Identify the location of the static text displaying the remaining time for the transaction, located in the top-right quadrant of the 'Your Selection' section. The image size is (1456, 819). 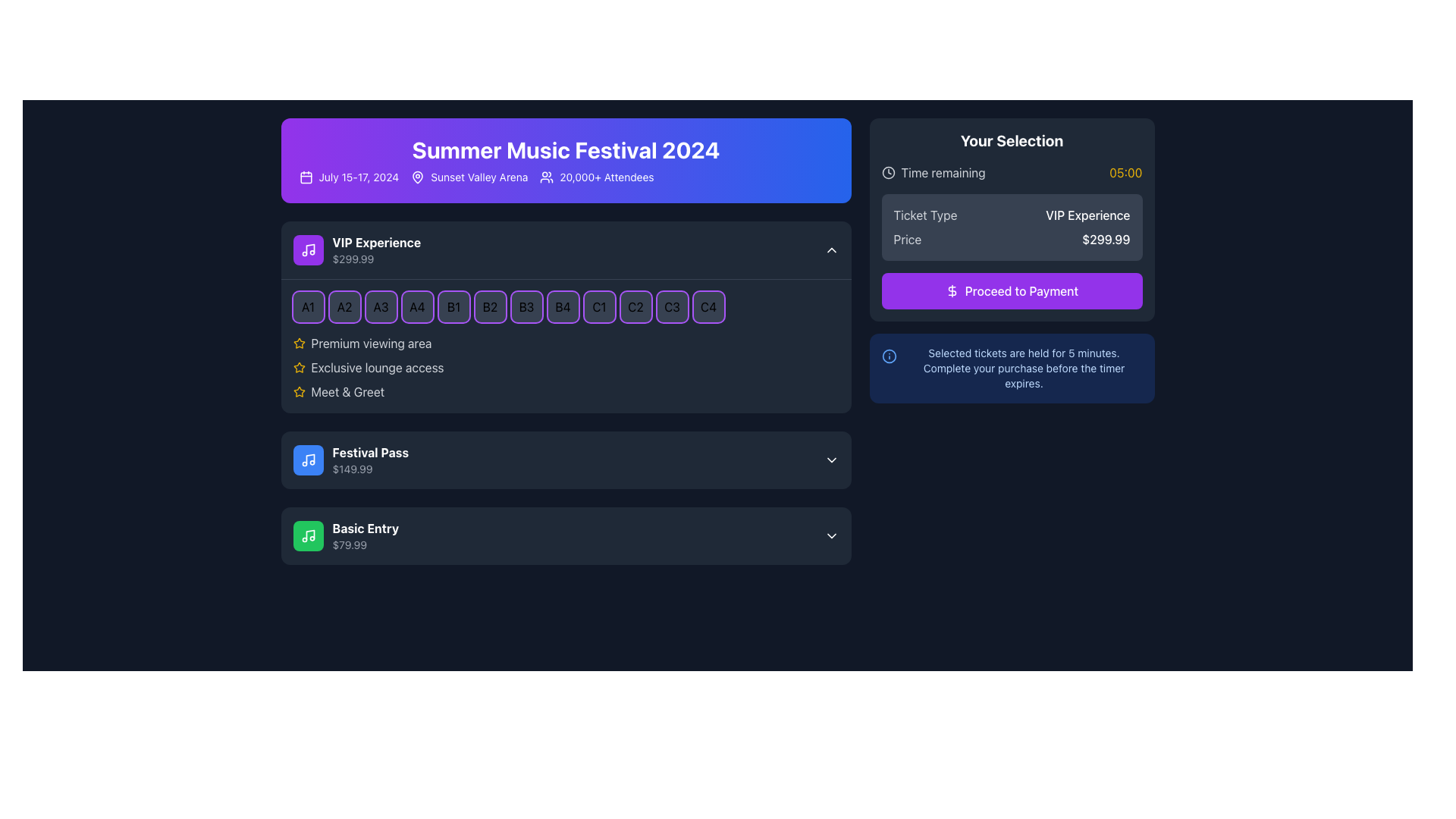
(1125, 171).